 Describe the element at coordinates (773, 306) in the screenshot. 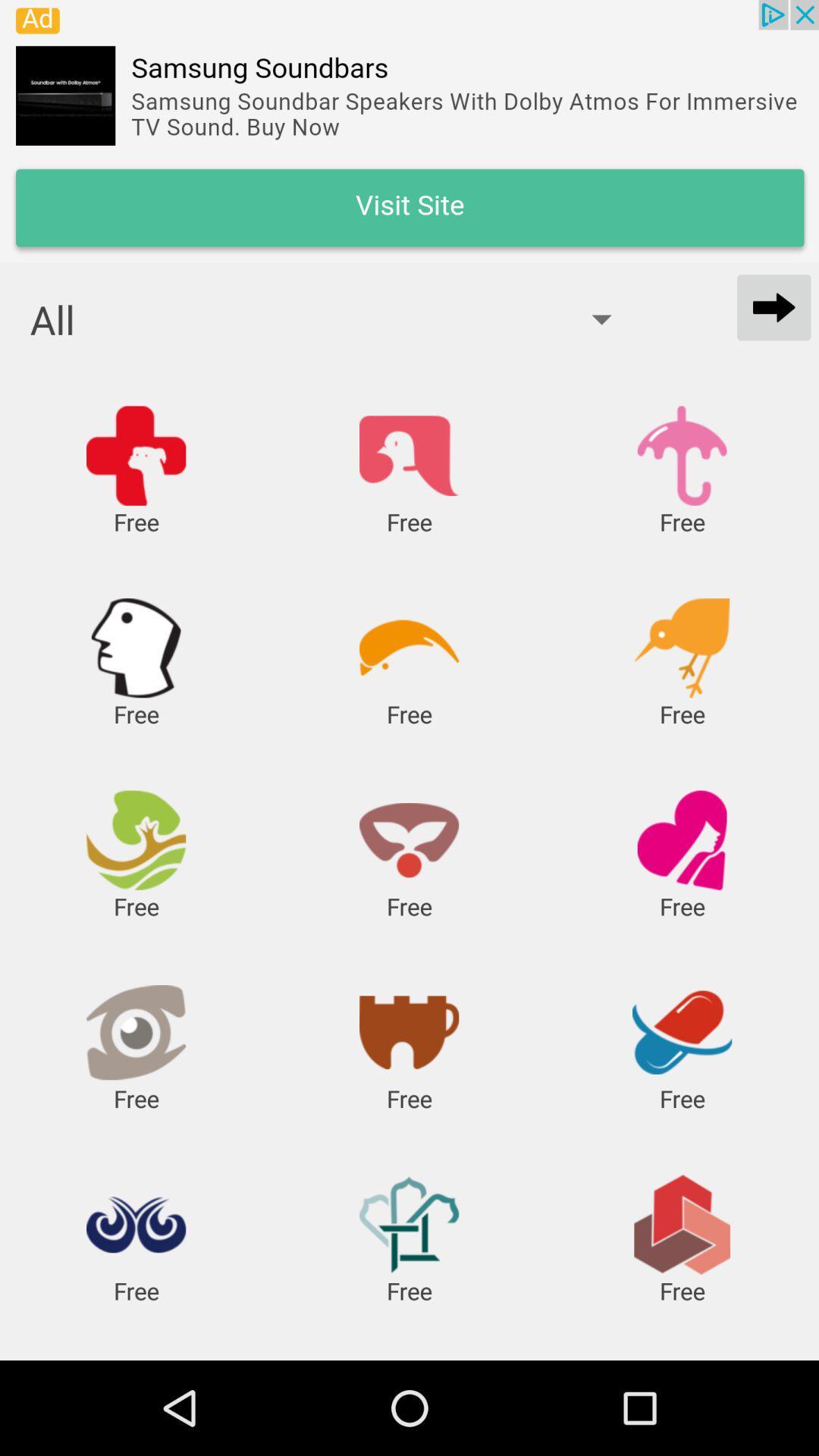

I see `the arrow_forward icon` at that location.